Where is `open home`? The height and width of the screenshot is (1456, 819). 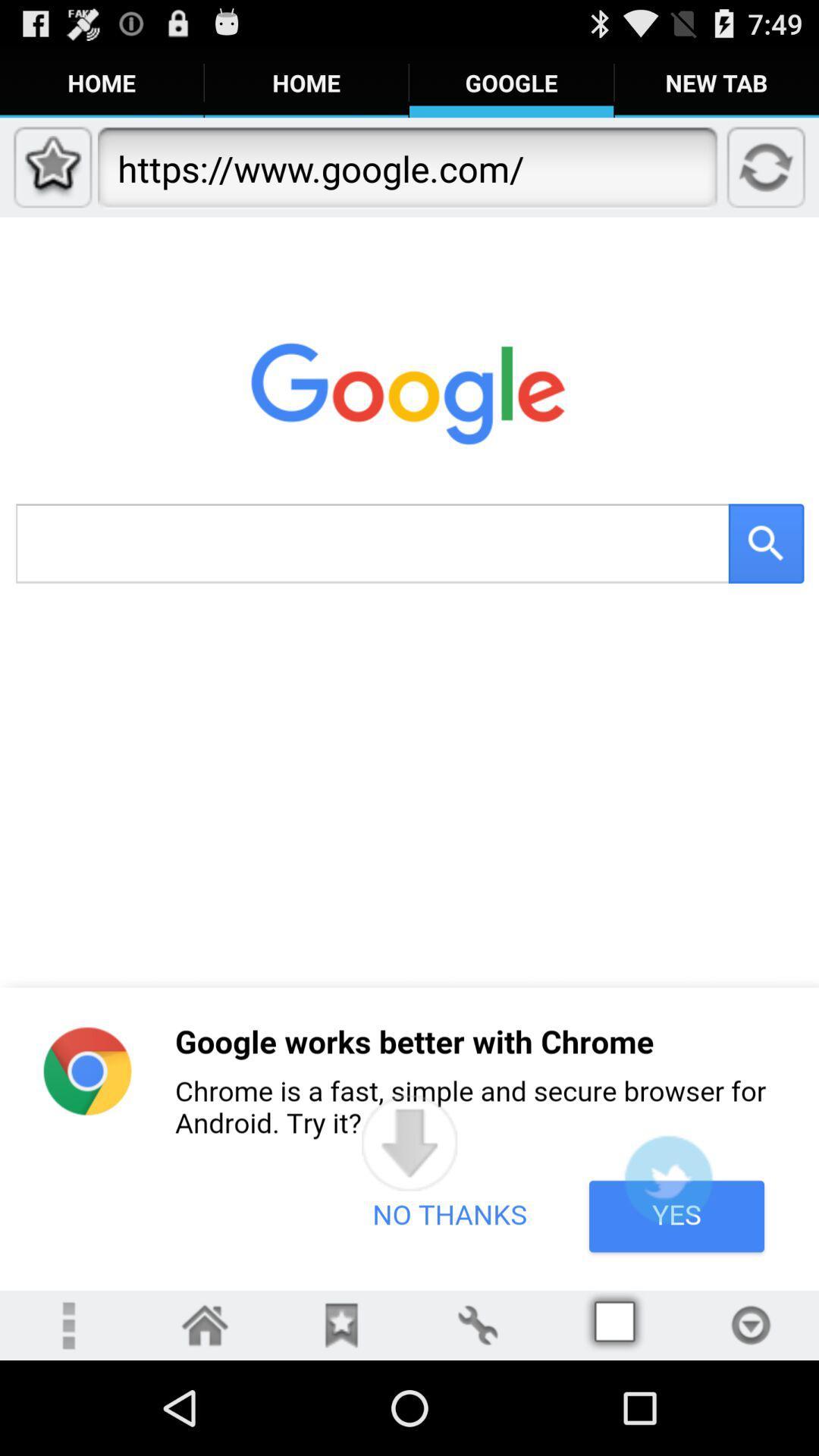 open home is located at coordinates (205, 1324).